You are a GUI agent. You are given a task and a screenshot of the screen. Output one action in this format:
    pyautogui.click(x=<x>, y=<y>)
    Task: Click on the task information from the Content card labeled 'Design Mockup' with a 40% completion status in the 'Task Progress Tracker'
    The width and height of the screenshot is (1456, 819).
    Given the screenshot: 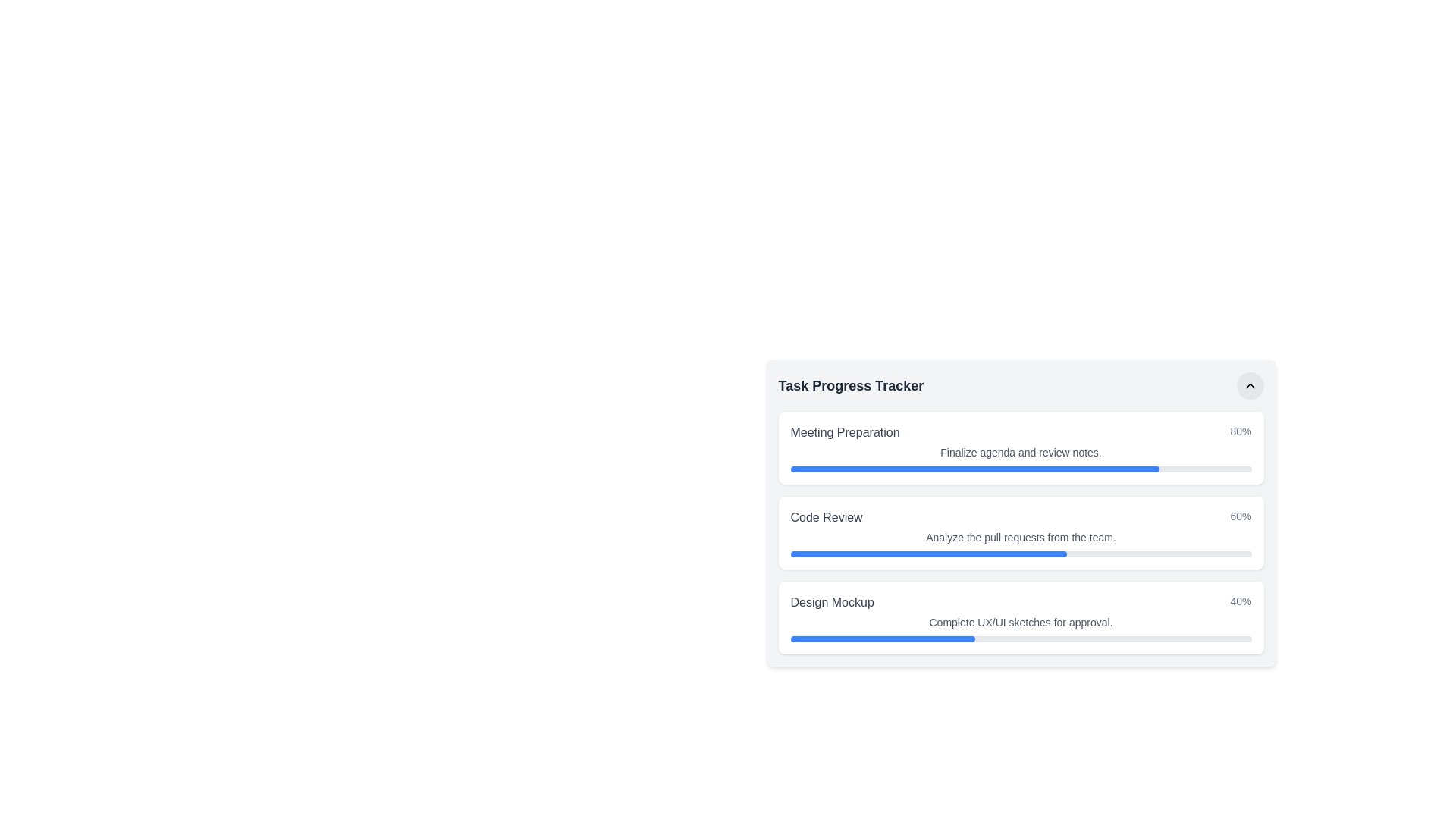 What is the action you would take?
    pyautogui.click(x=1021, y=617)
    